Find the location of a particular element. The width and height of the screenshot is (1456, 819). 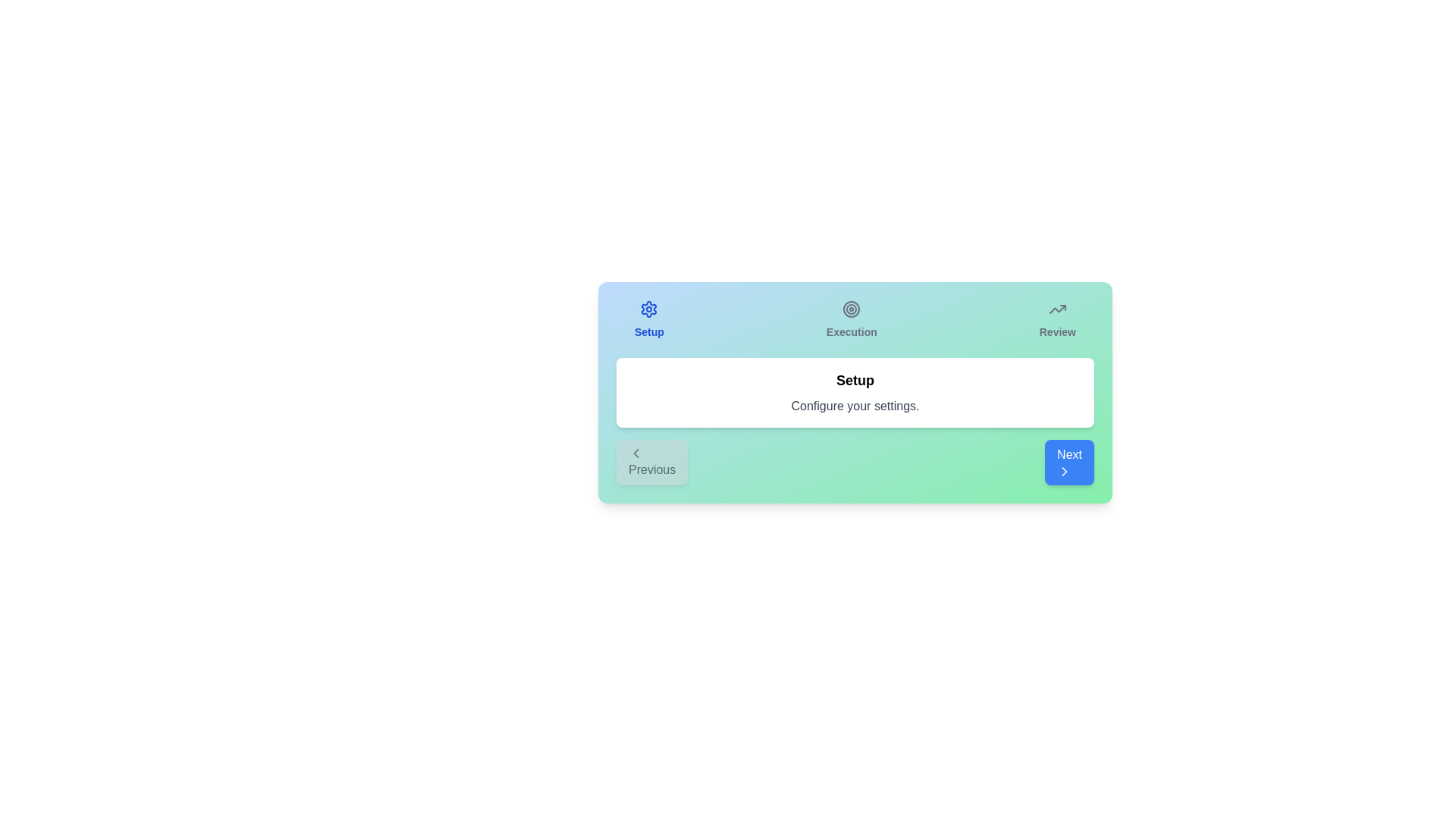

the 'Next' button to navigate to the next step is located at coordinates (1068, 461).